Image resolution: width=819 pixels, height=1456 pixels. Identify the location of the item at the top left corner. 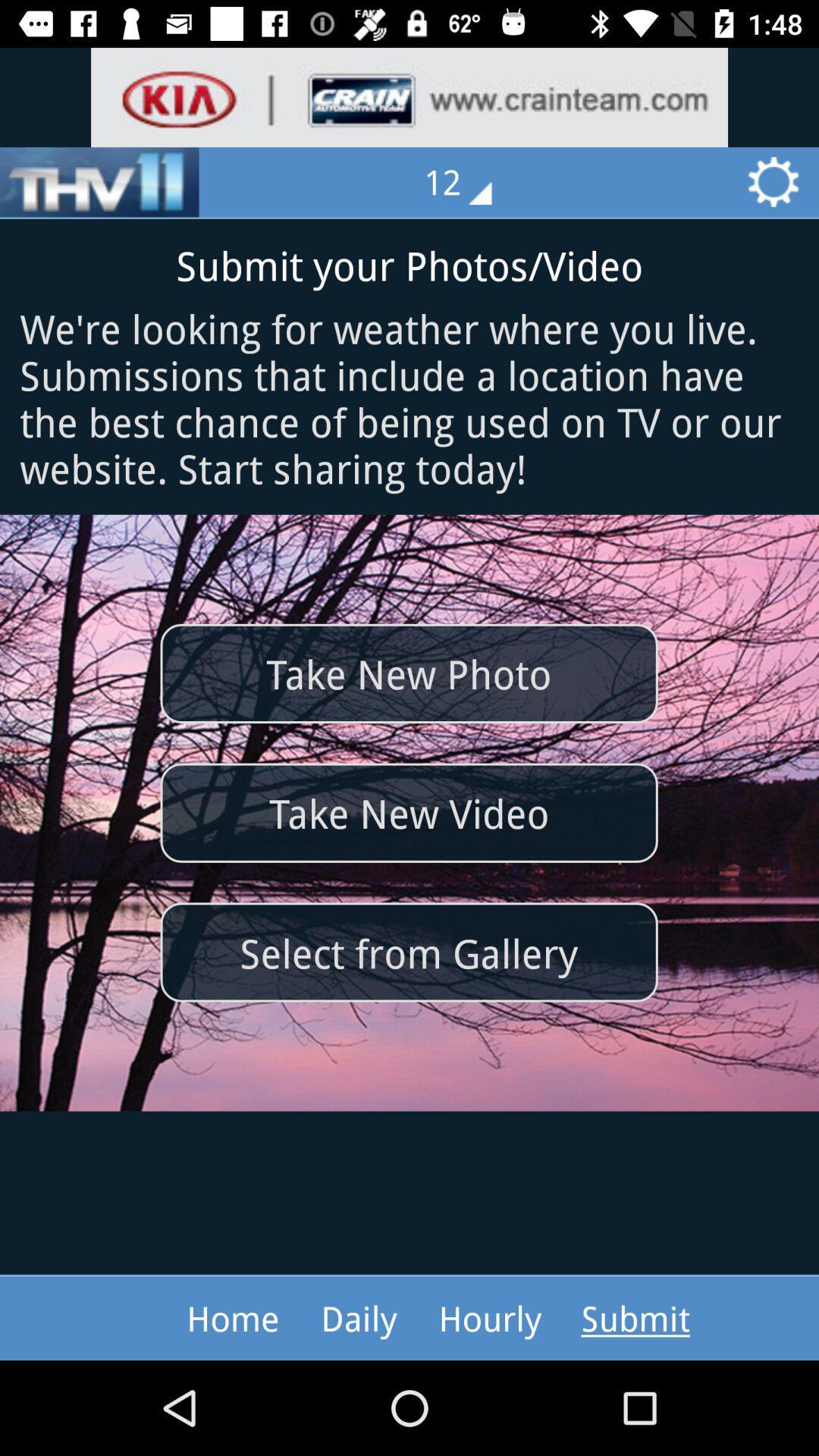
(99, 182).